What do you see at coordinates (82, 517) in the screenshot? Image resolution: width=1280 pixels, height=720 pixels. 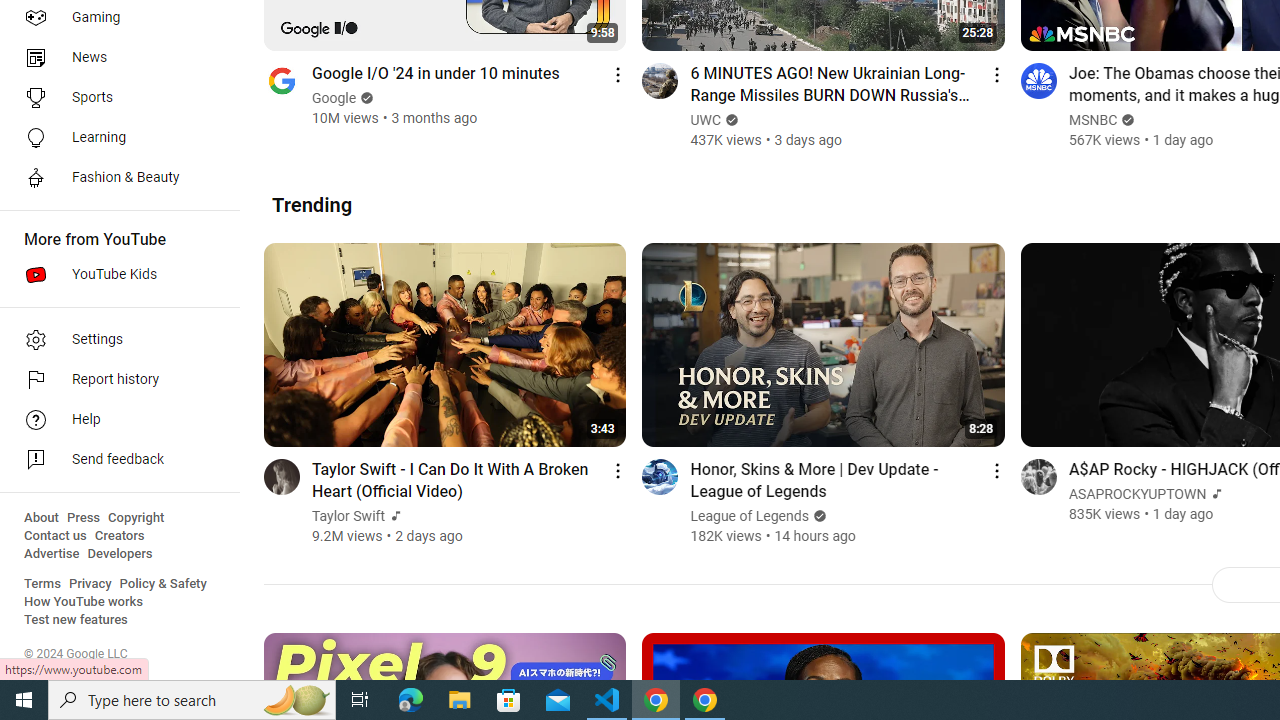 I see `'Press'` at bounding box center [82, 517].